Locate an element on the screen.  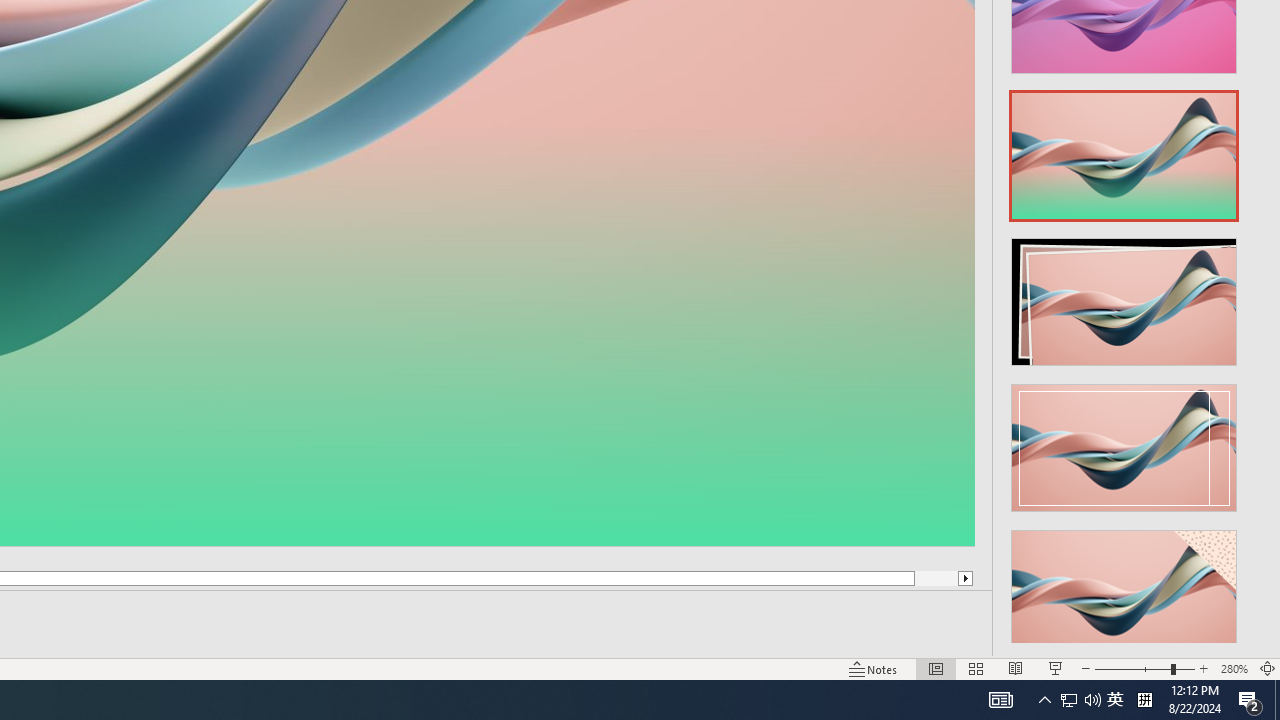
'Zoom 280%' is located at coordinates (1233, 669).